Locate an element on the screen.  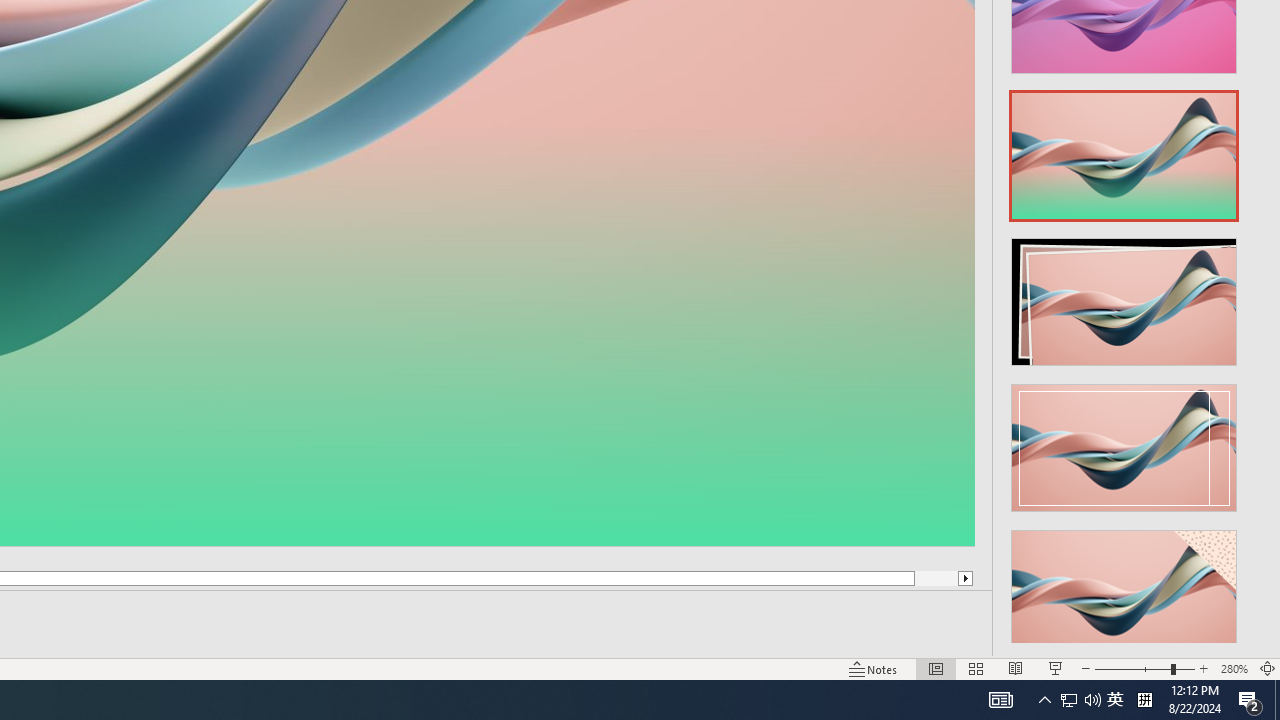
'Zoom 280%' is located at coordinates (1233, 669).